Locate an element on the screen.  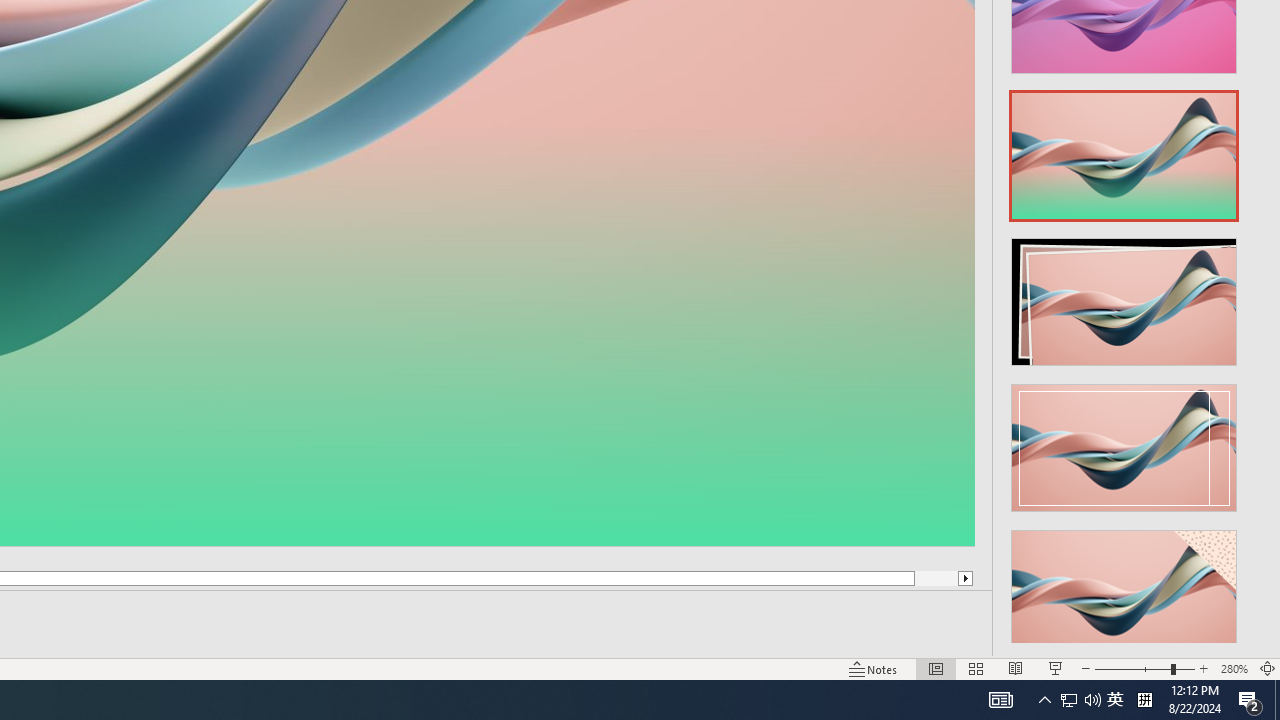
'Zoom 280%' is located at coordinates (1233, 669).